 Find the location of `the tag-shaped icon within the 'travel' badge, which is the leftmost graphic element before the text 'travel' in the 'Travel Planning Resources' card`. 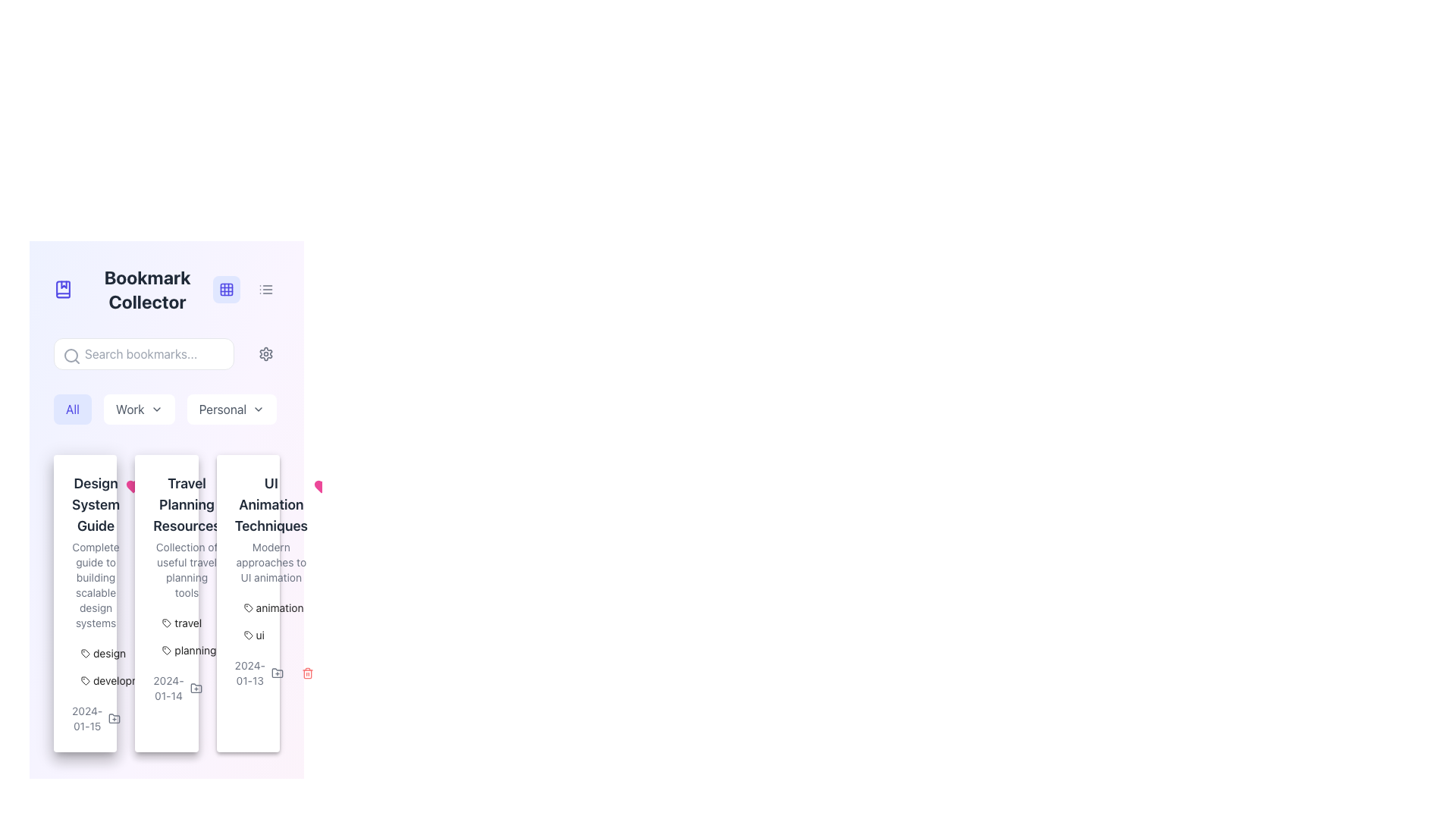

the tag-shaped icon within the 'travel' badge, which is the leftmost graphic element before the text 'travel' in the 'Travel Planning Resources' card is located at coordinates (167, 623).